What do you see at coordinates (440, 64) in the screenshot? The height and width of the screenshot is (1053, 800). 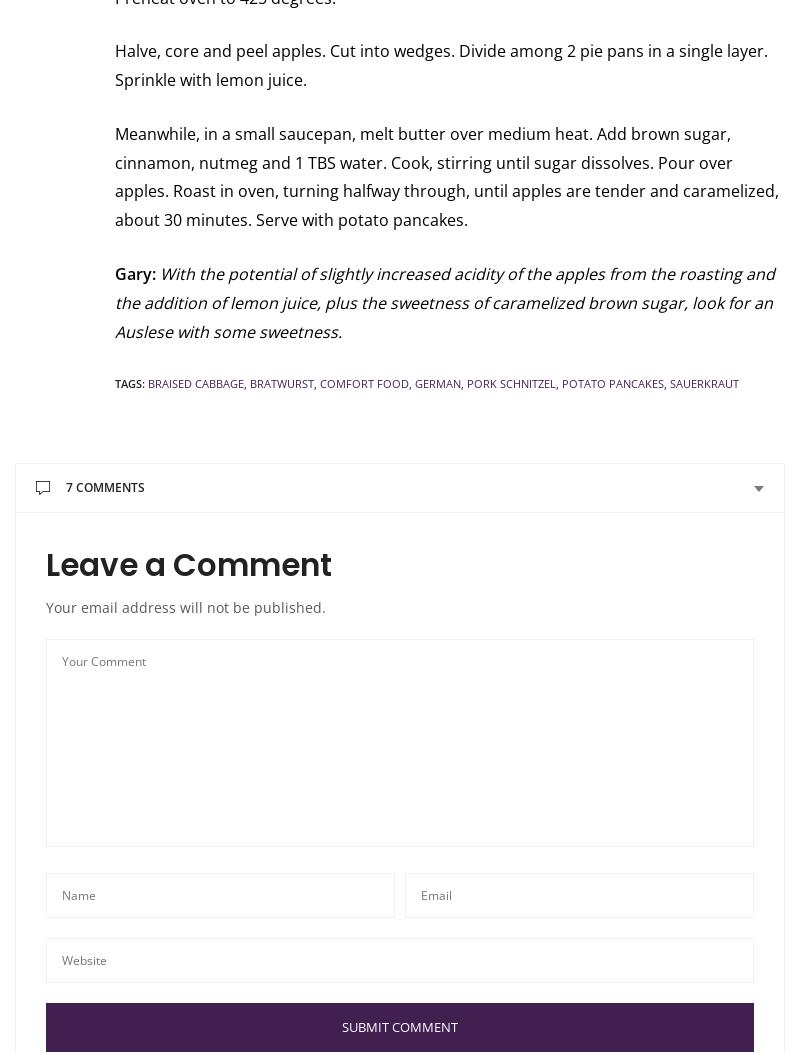 I see `'Halve, core and peel apples. Cut into wedges. Divide among 2 pie pans in a single layer. Sprinkle with lemon juice.'` at bounding box center [440, 64].